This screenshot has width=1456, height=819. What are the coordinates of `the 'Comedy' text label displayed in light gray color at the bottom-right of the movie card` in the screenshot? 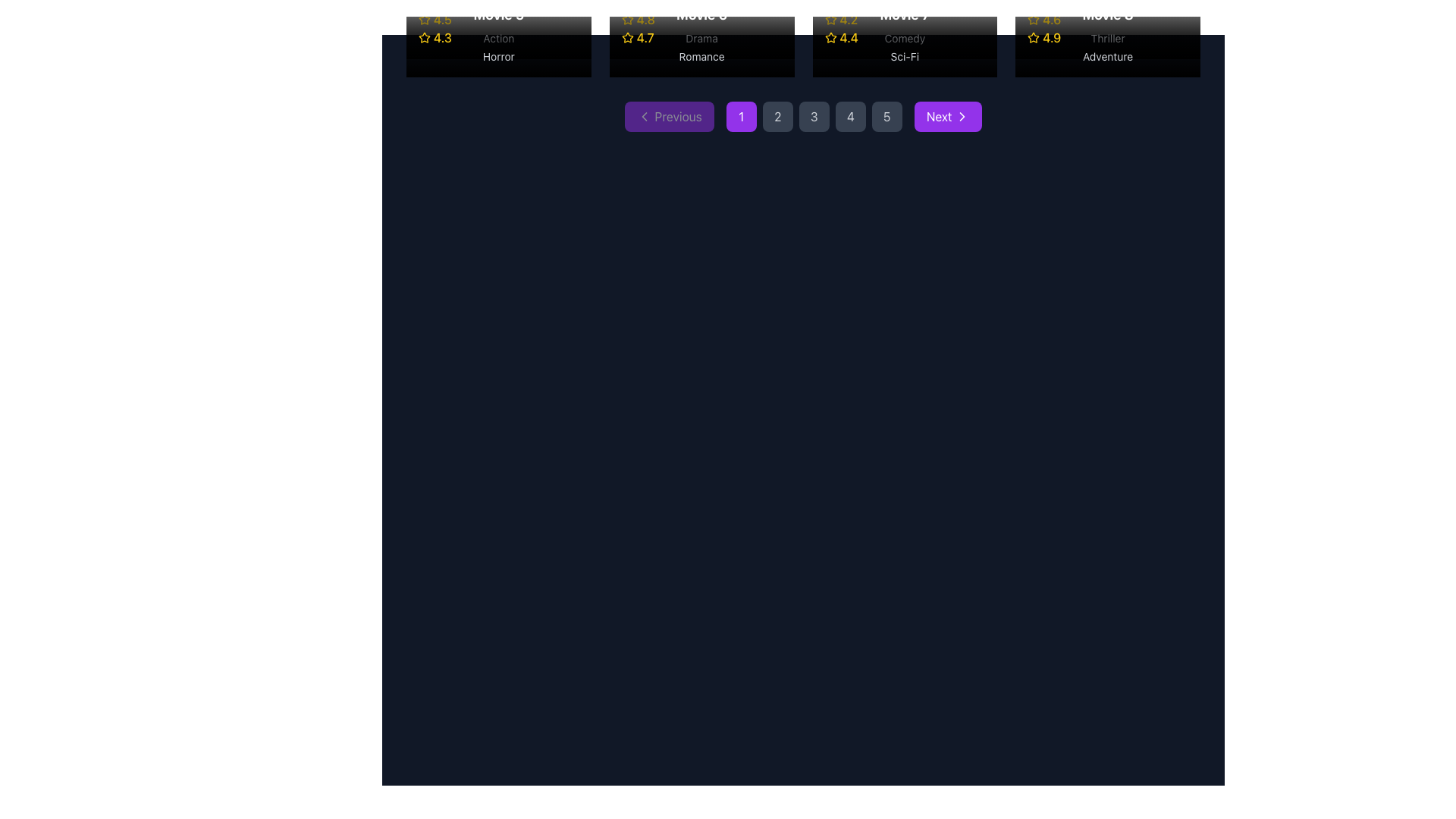 It's located at (905, 37).